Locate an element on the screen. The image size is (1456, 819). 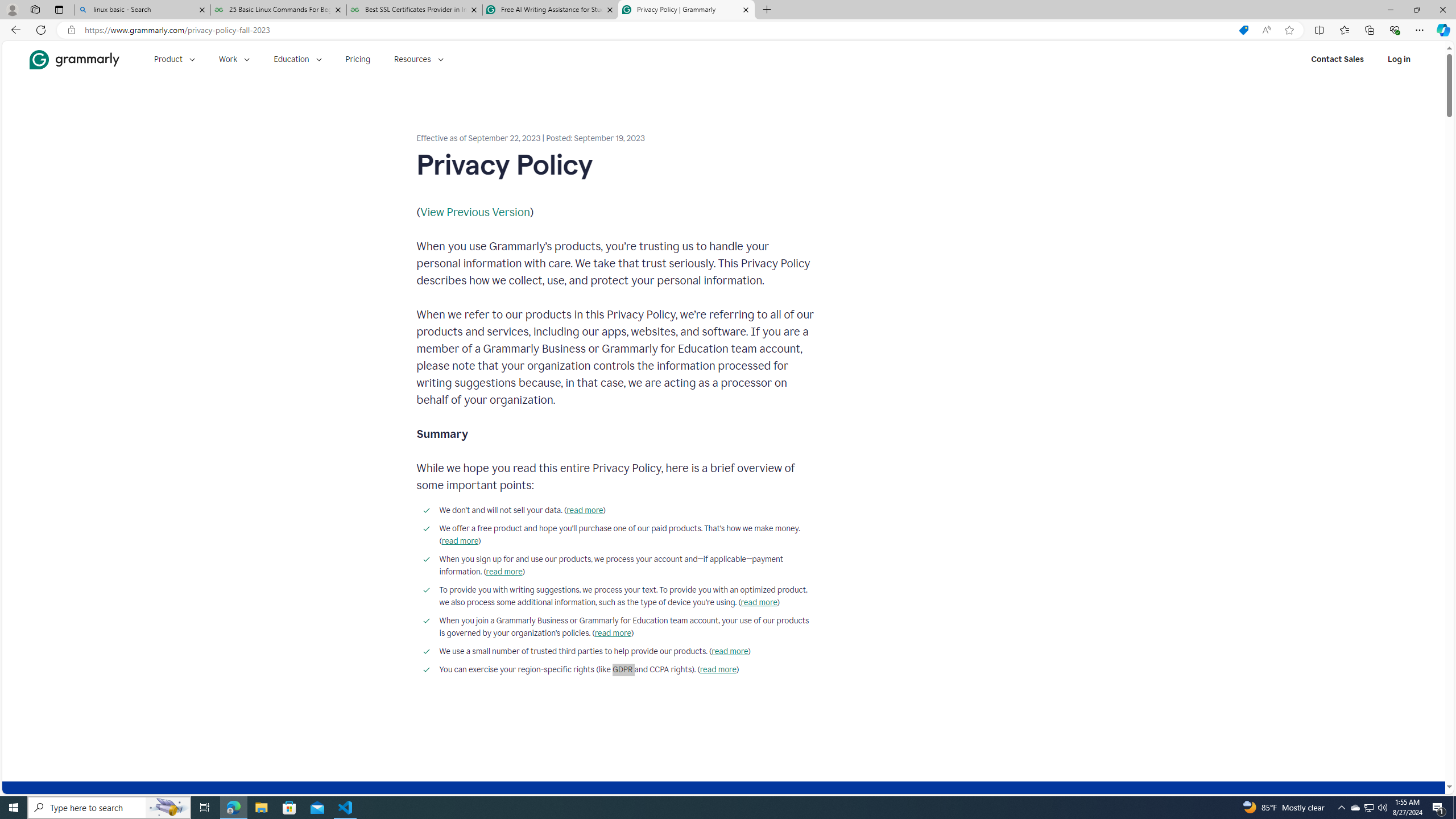
'Grammarly Home' is located at coordinates (74, 59).